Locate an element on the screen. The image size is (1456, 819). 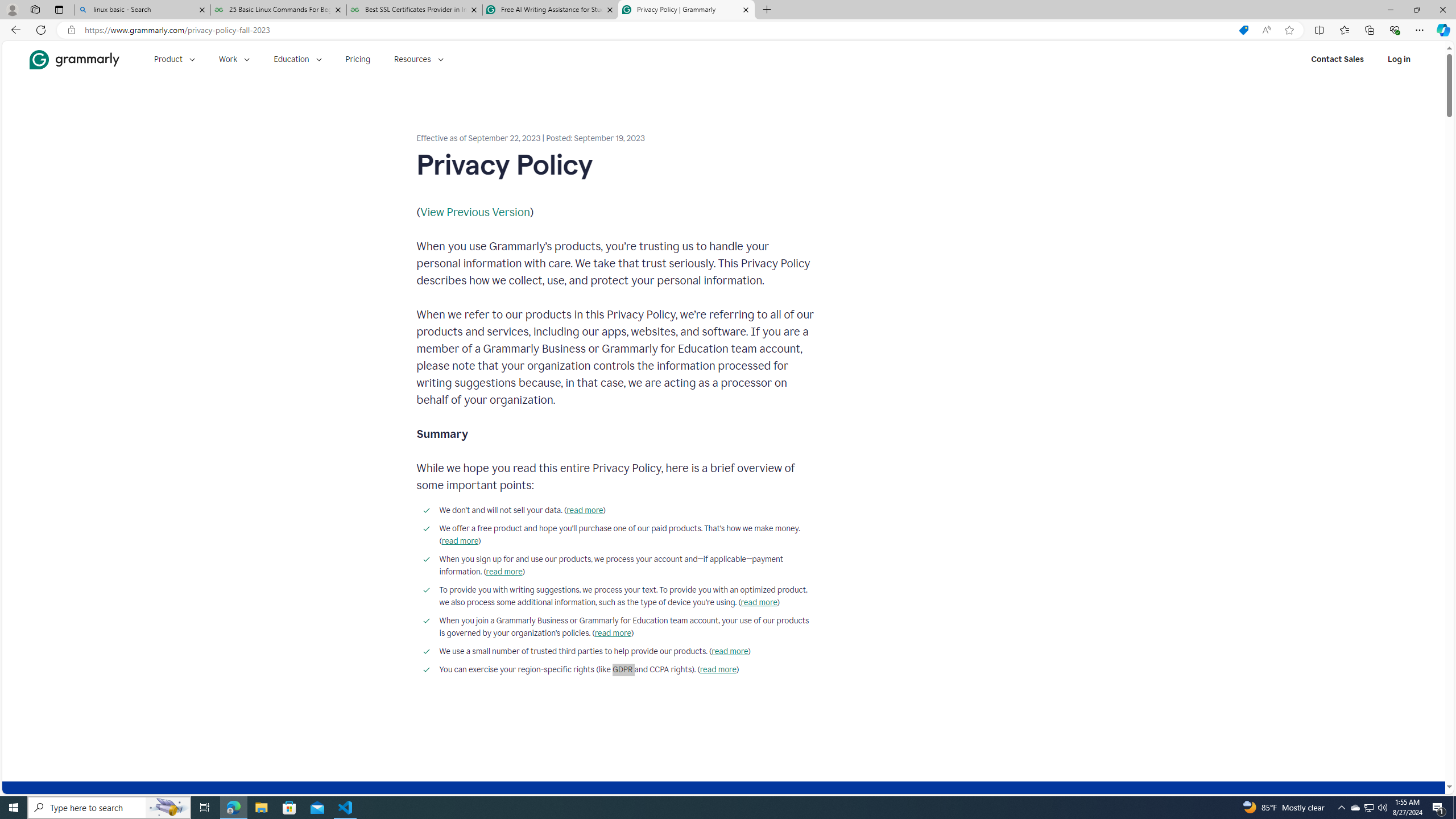
'Grammarly Home' is located at coordinates (74, 59).